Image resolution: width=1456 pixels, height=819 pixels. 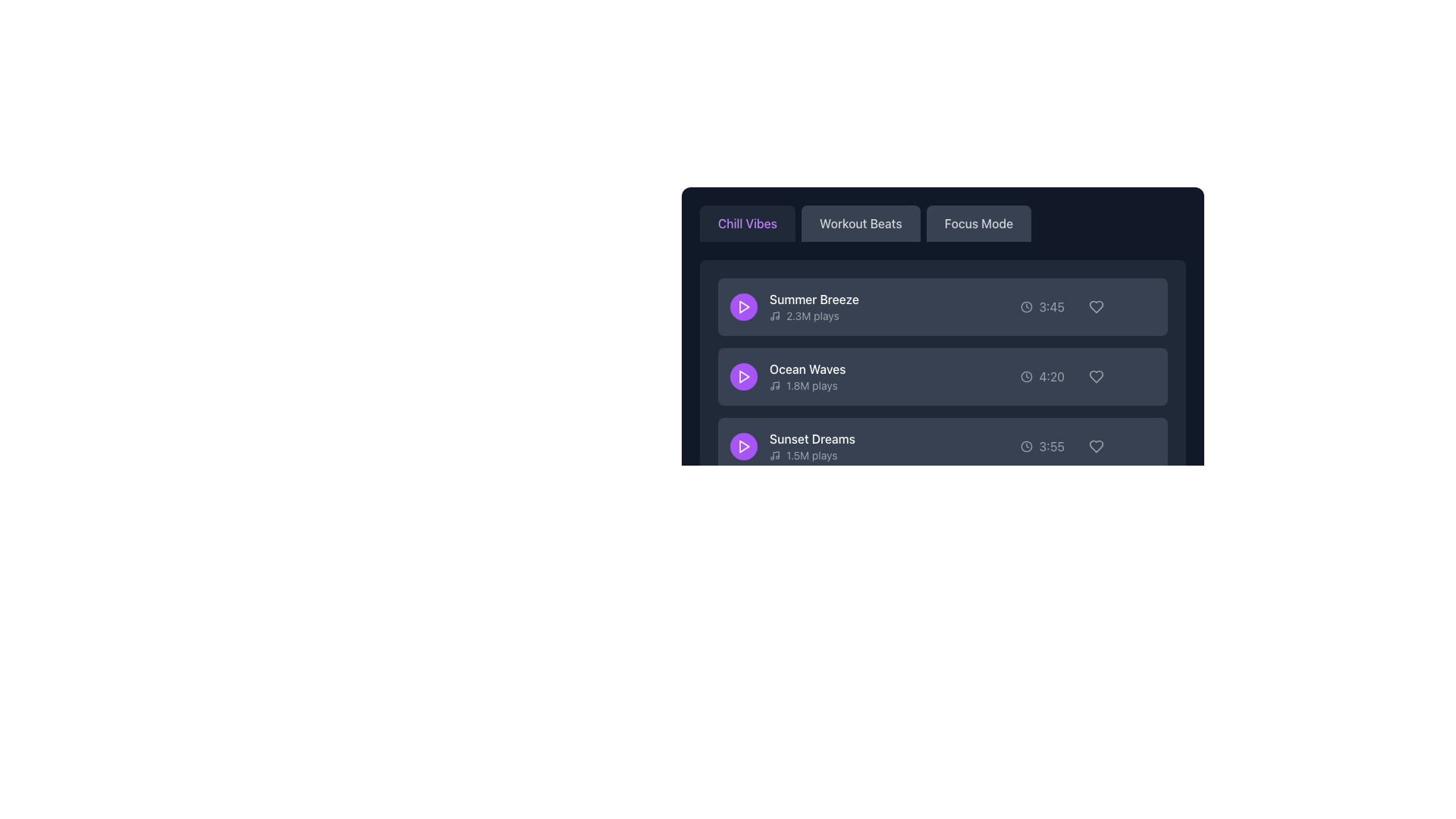 What do you see at coordinates (811, 455) in the screenshot?
I see `the text label displaying '1.5M plays', which is located directly below the song title 'Sunset Dreams' in the third row of the list interface` at bounding box center [811, 455].